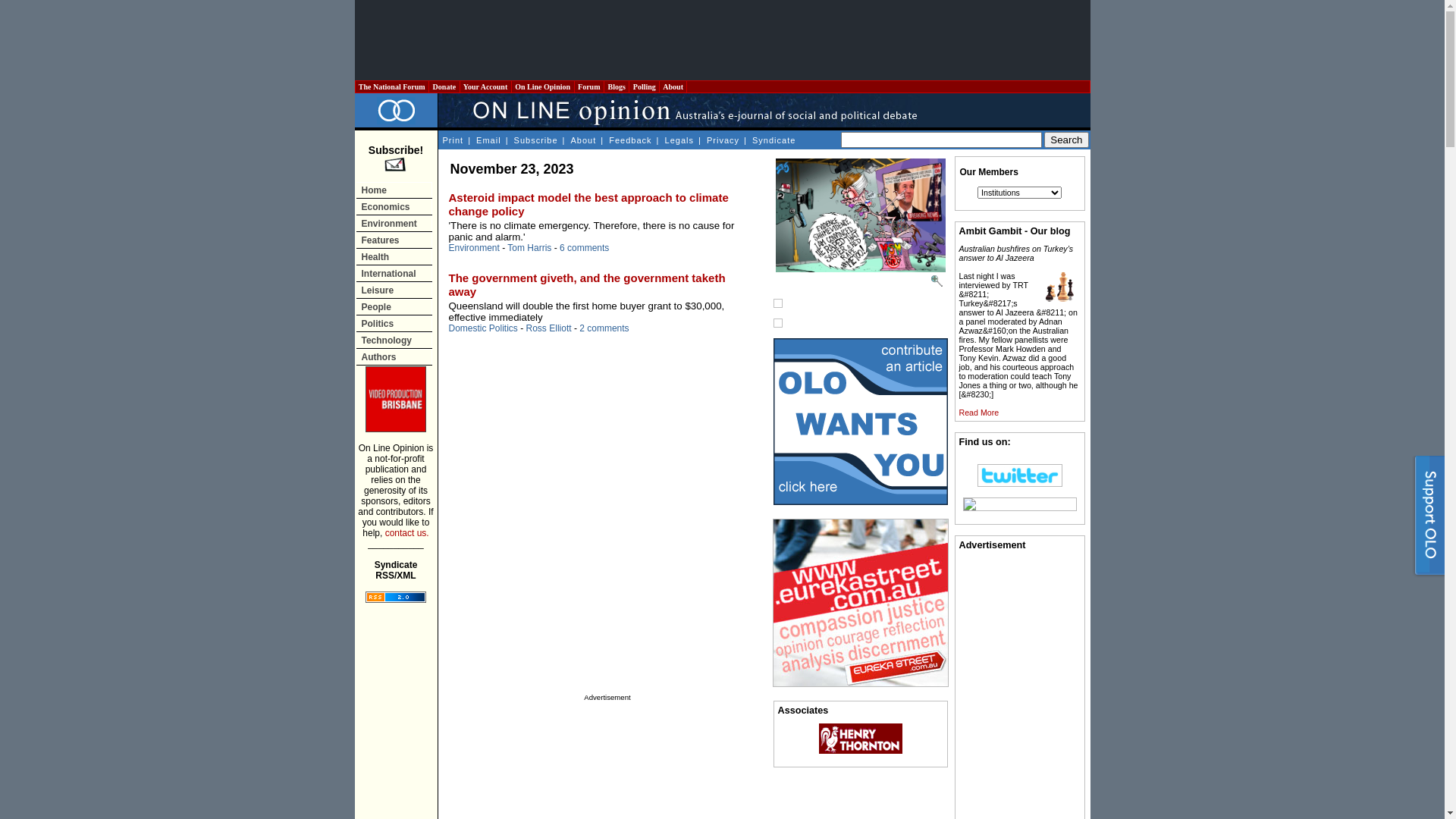  Describe the element at coordinates (394, 339) in the screenshot. I see `'Technology'` at that location.